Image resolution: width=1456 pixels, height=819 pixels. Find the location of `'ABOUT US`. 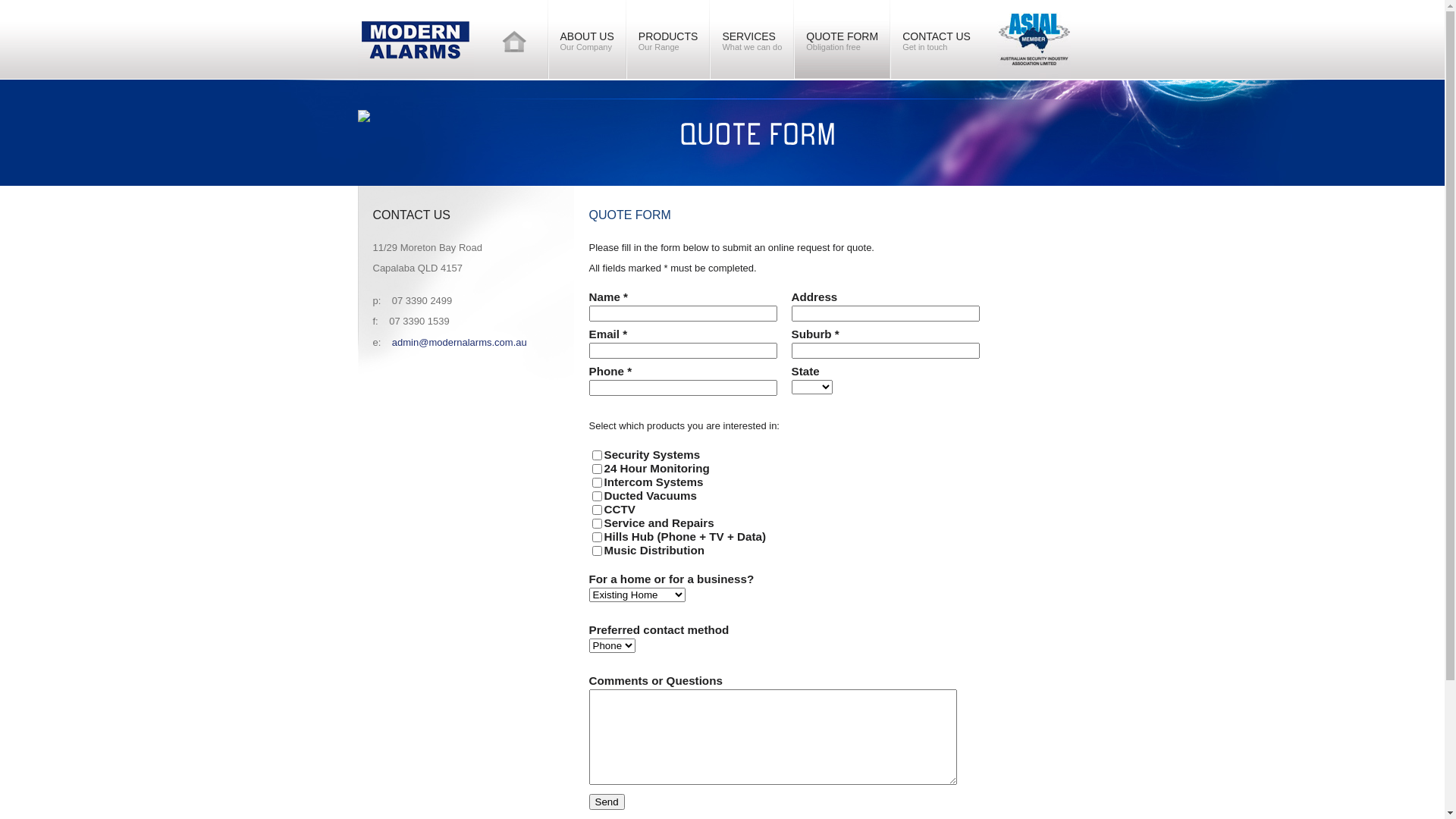

'ABOUT US is located at coordinates (586, 38).